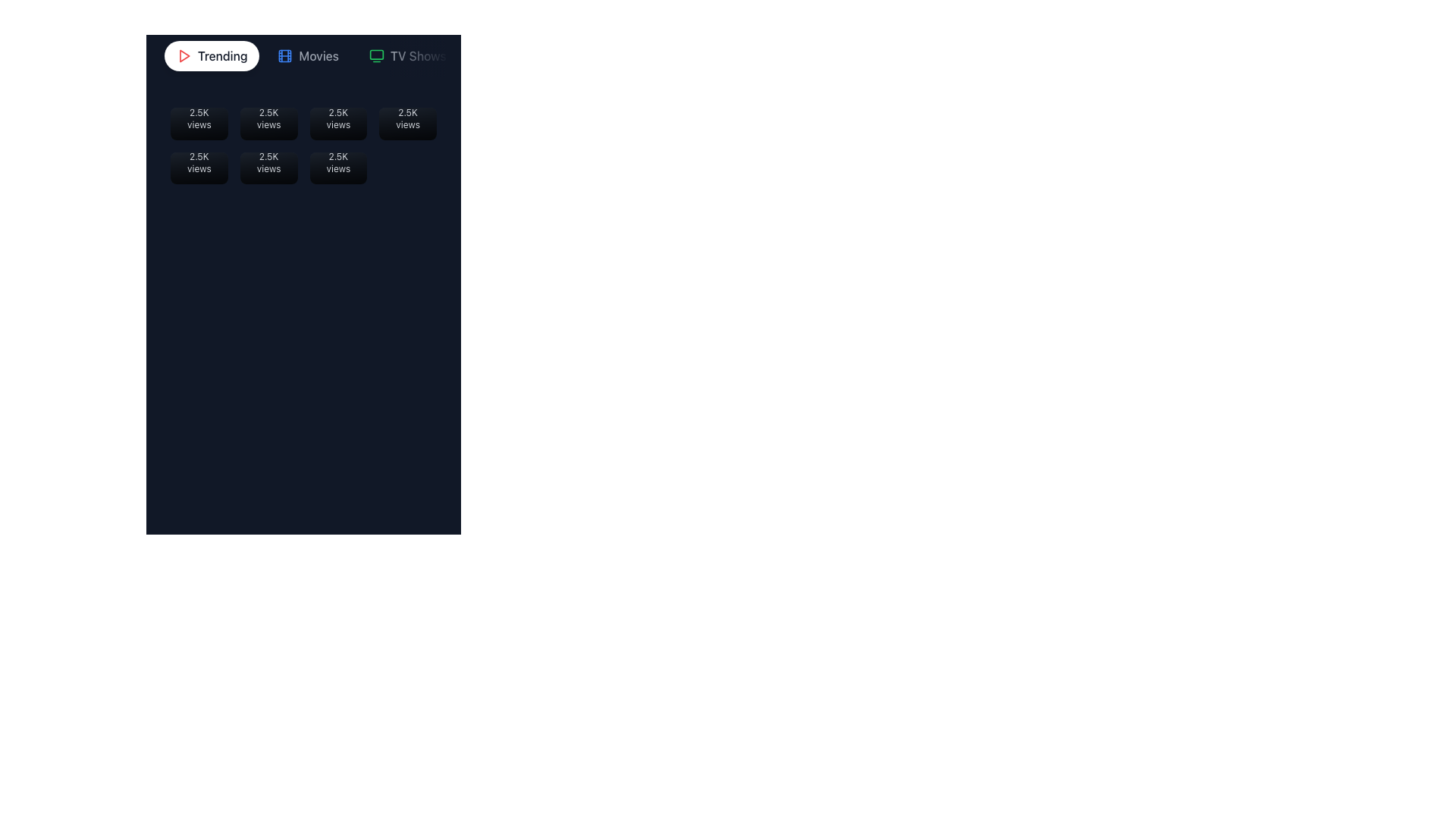 The width and height of the screenshot is (1456, 819). I want to click on the decorative rectangle with rounded corners, located within a film strip icon in the upper navigation section of the interface, next to the 'Trending' and 'TV Shows' icons, so click(285, 55).